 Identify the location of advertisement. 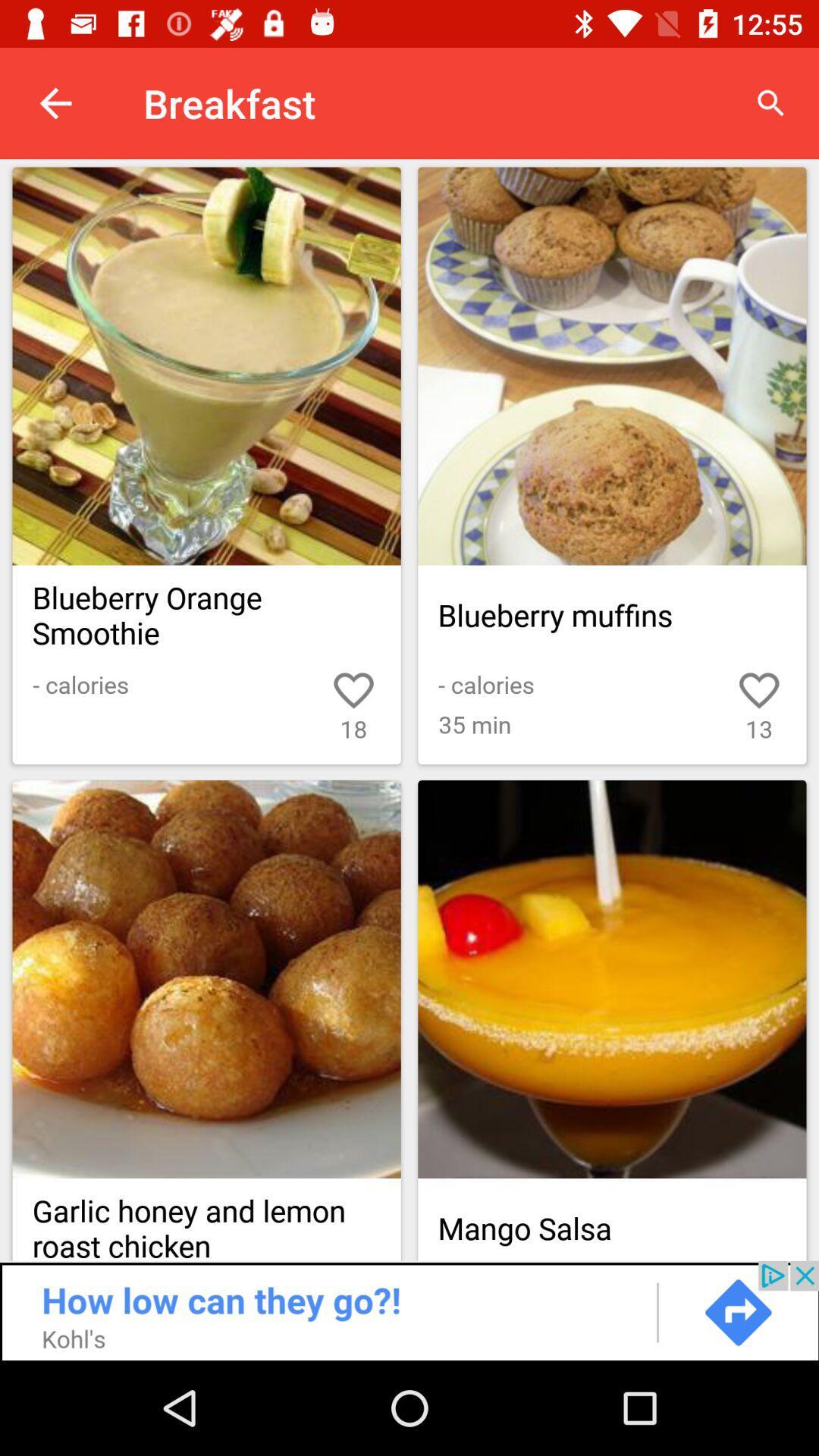
(409, 1310).